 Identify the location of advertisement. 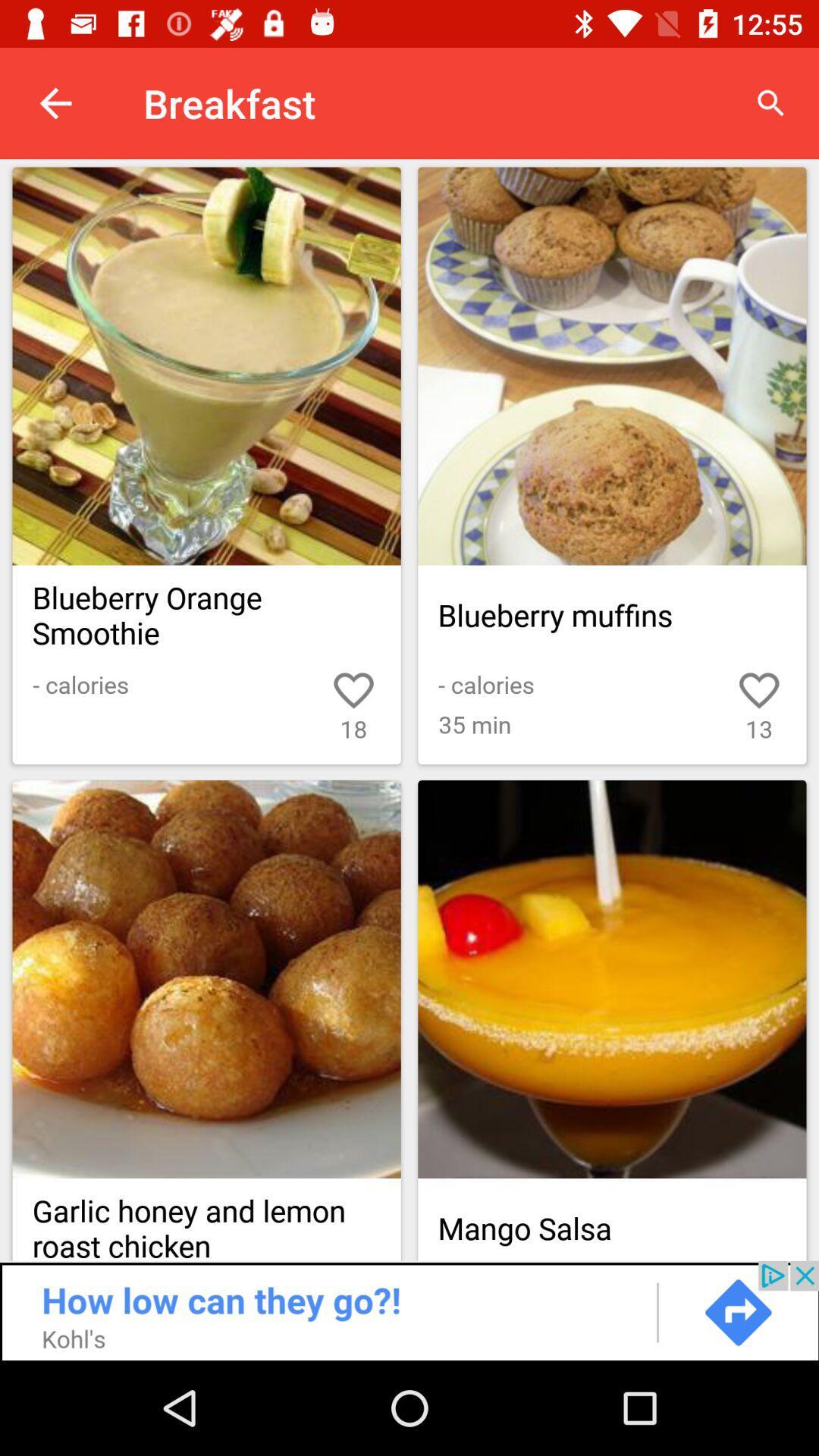
(409, 1310).